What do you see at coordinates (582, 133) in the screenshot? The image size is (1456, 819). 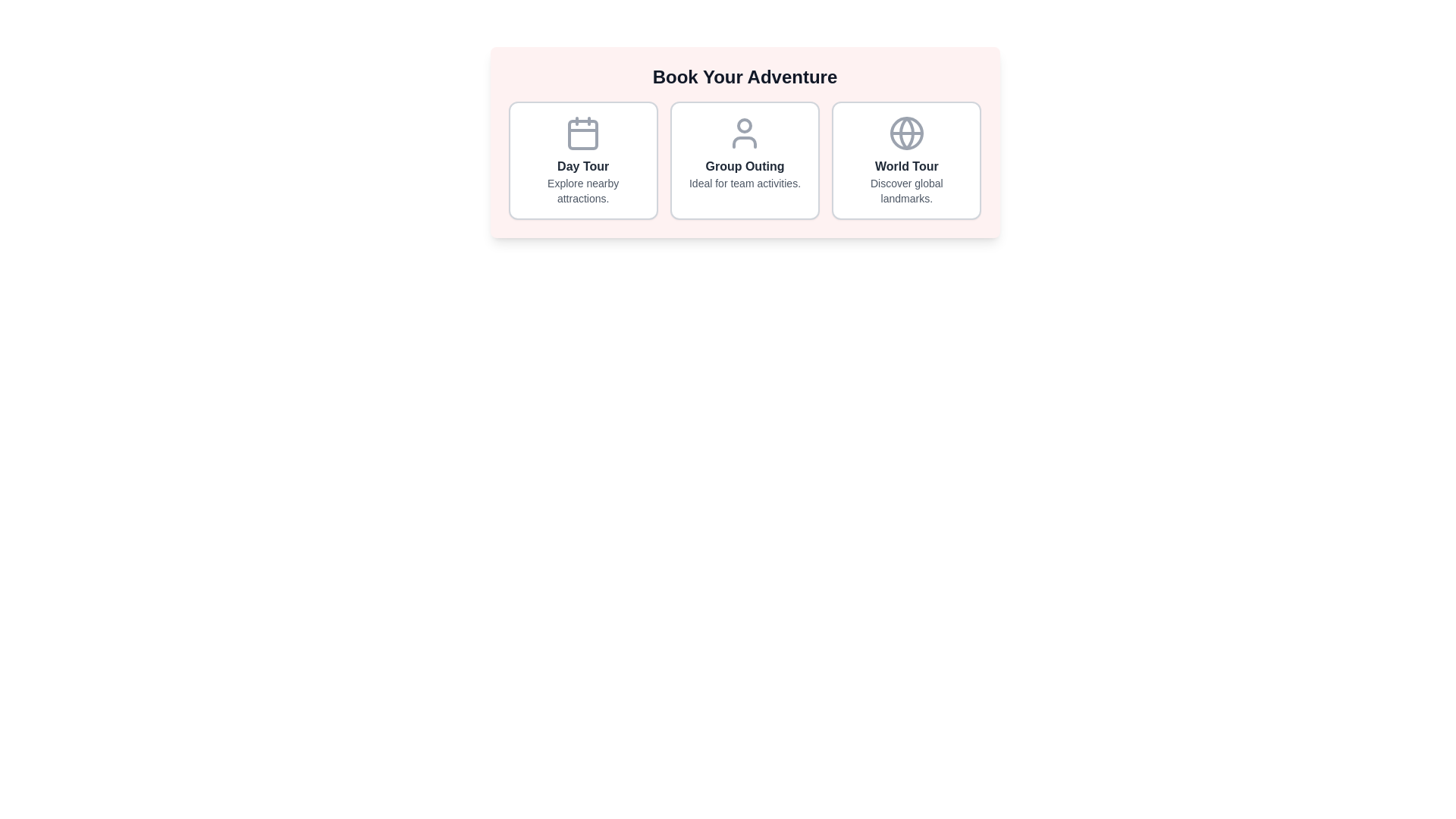 I see `the gray calendar icon located in the 'Day Tour' panel, which features descriptive text below it` at bounding box center [582, 133].